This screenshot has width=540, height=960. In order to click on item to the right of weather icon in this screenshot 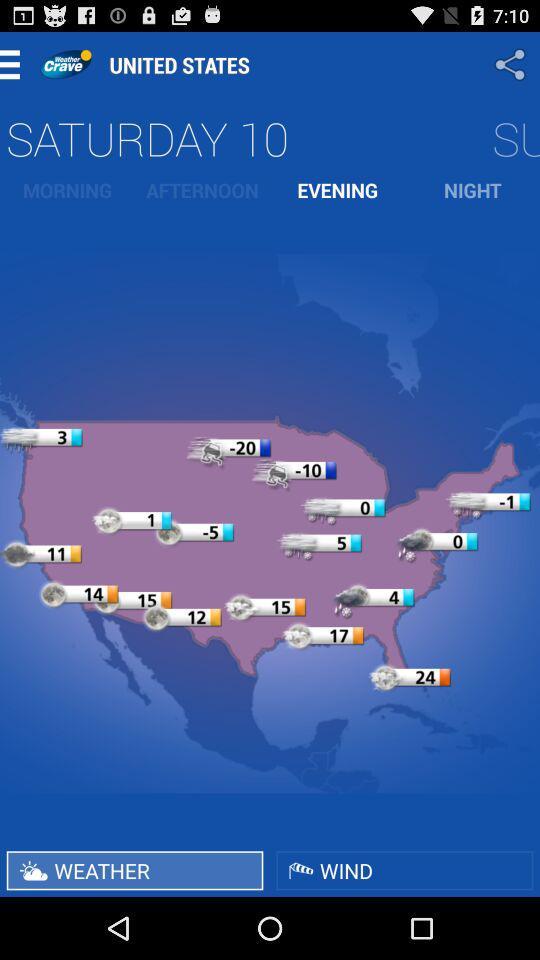, I will do `click(404, 869)`.